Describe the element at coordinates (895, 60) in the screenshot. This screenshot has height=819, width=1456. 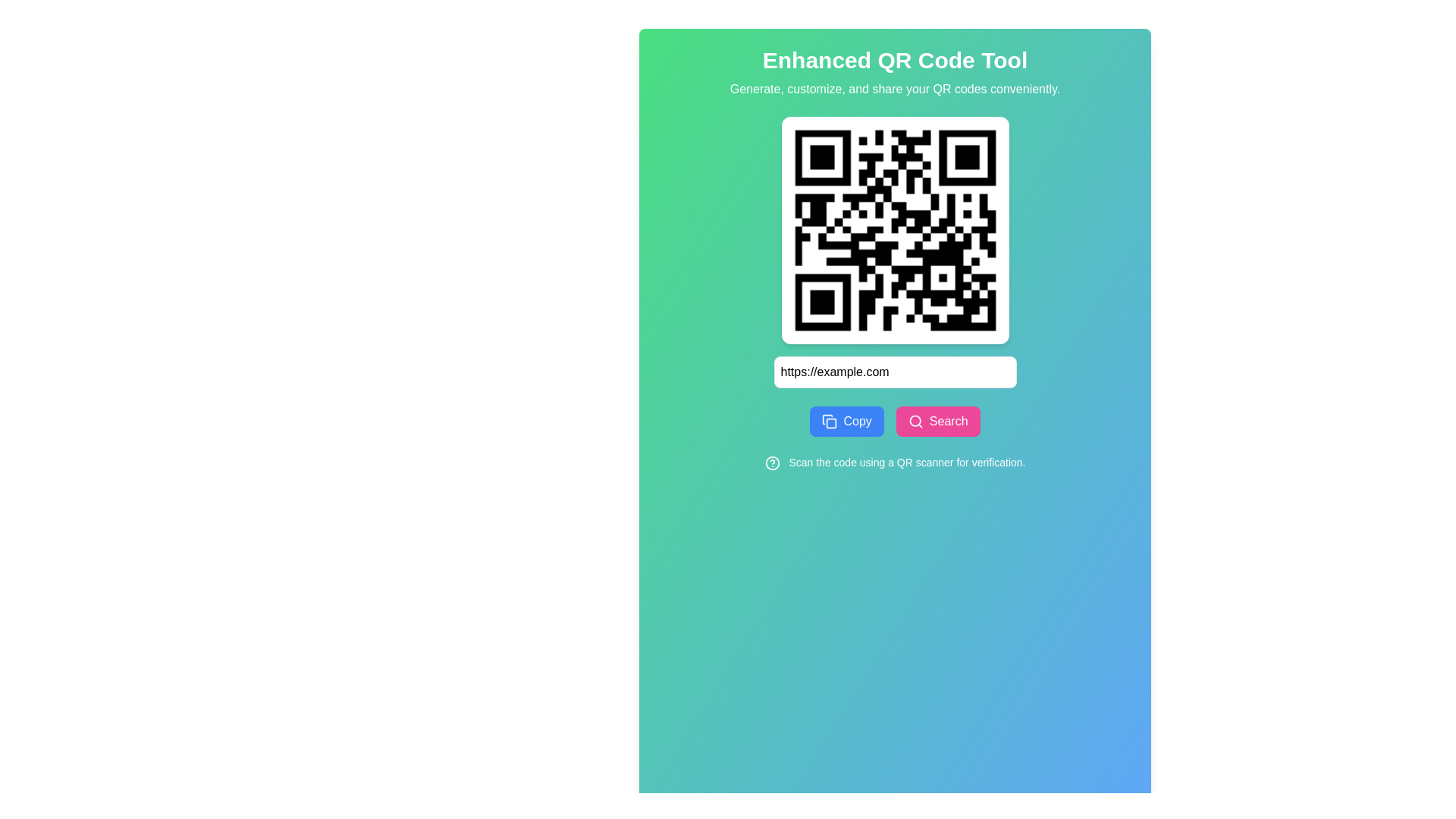
I see `the header text 'Enhanced QR Code Tool', which is a bold, large white font centered at the top of its section, above the subtitle and QR code generation interface` at that location.